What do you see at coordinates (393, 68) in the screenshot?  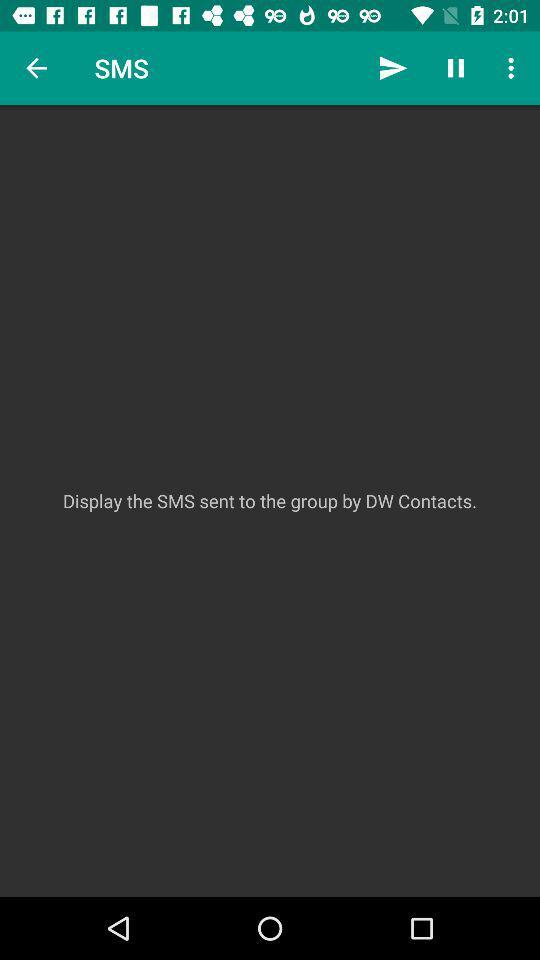 I see `icon above the display the sms icon` at bounding box center [393, 68].